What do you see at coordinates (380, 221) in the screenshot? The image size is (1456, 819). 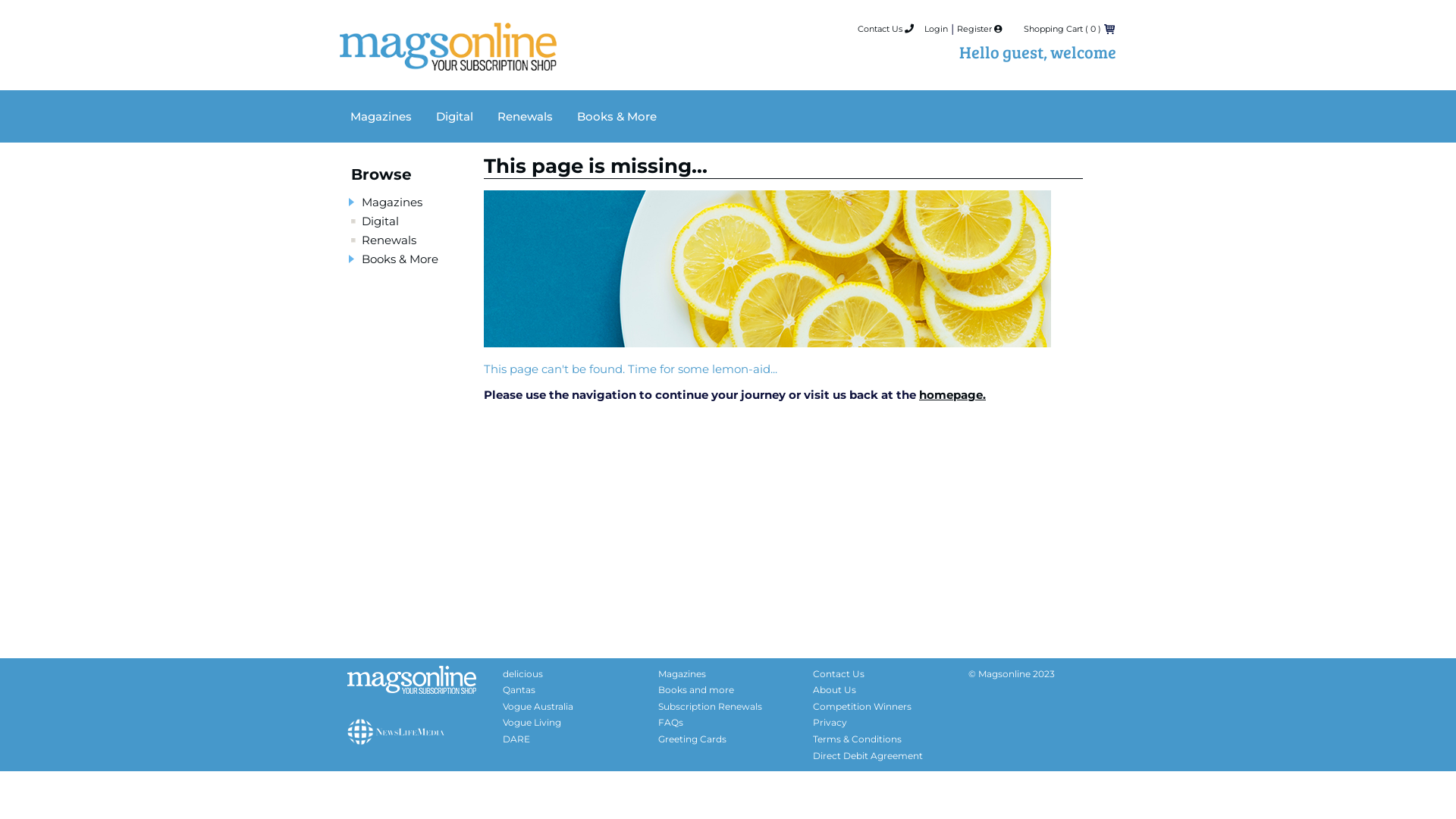 I see `'Digital'` at bounding box center [380, 221].